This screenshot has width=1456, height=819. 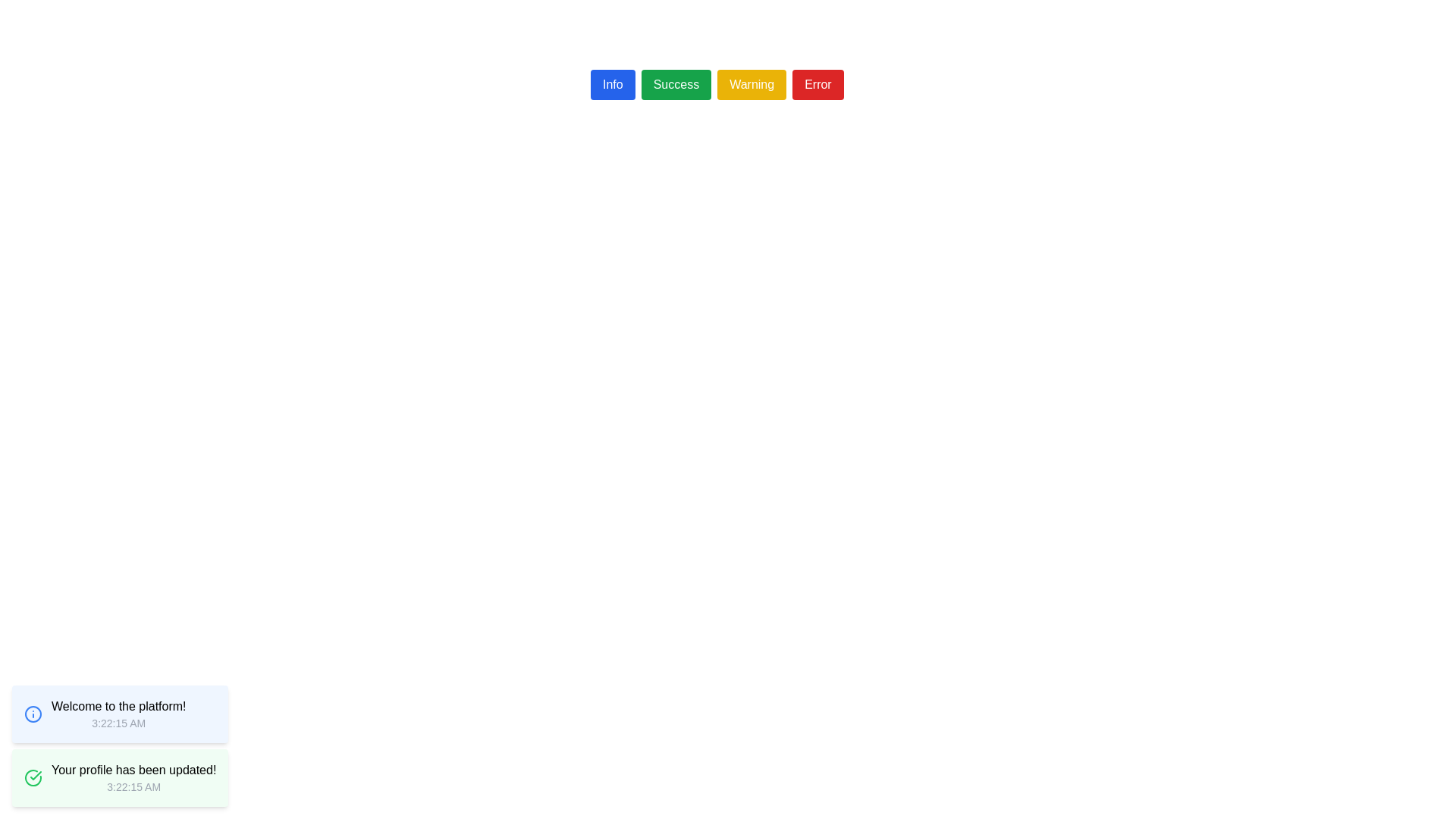 I want to click on the information icon represented by a blue circular border with a small 'i' in the center, located on the left side of the notification card that says 'Welcome to the platform!', so click(x=33, y=714).